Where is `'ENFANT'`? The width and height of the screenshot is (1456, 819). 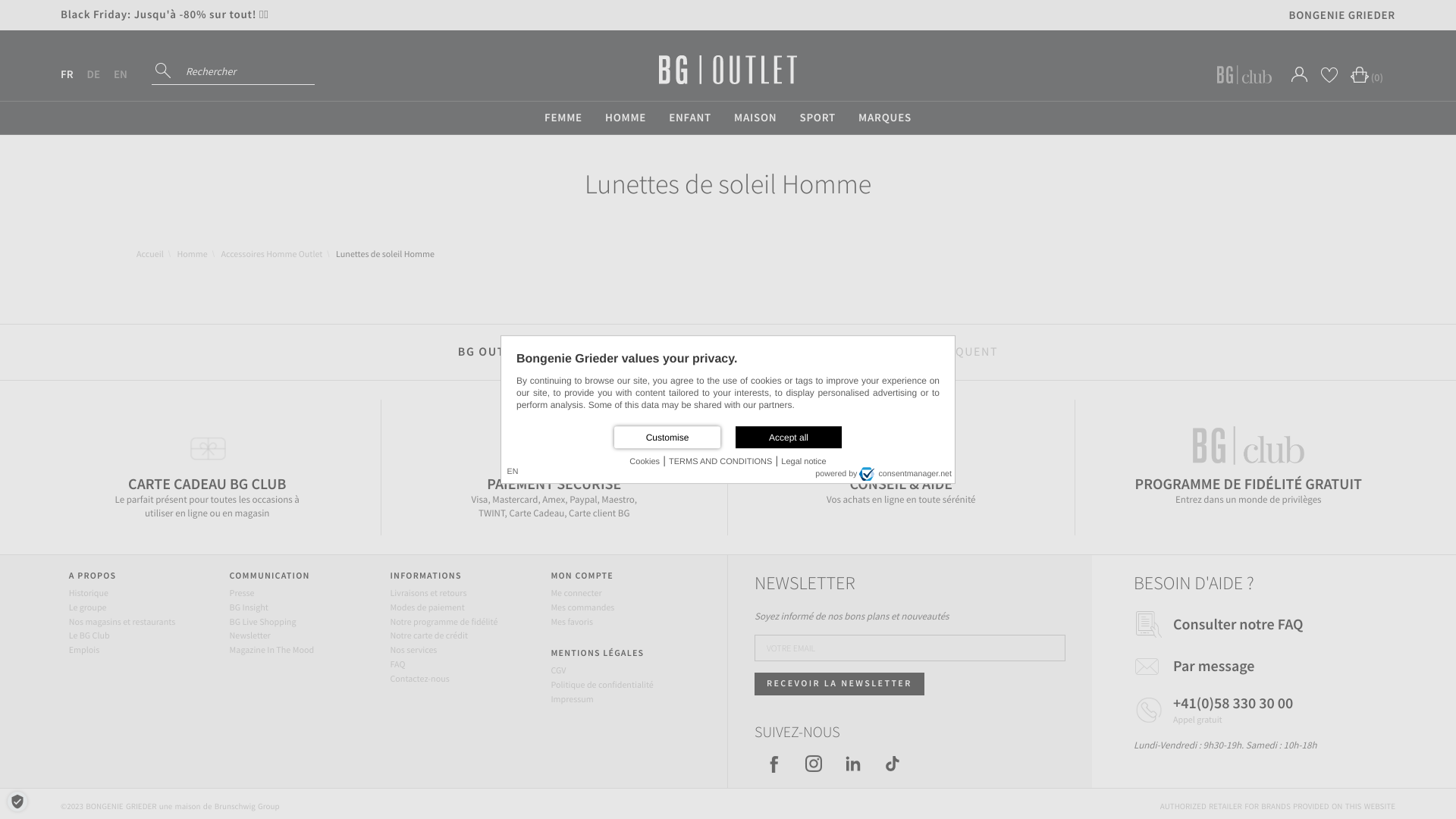 'ENFANT' is located at coordinates (657, 117).